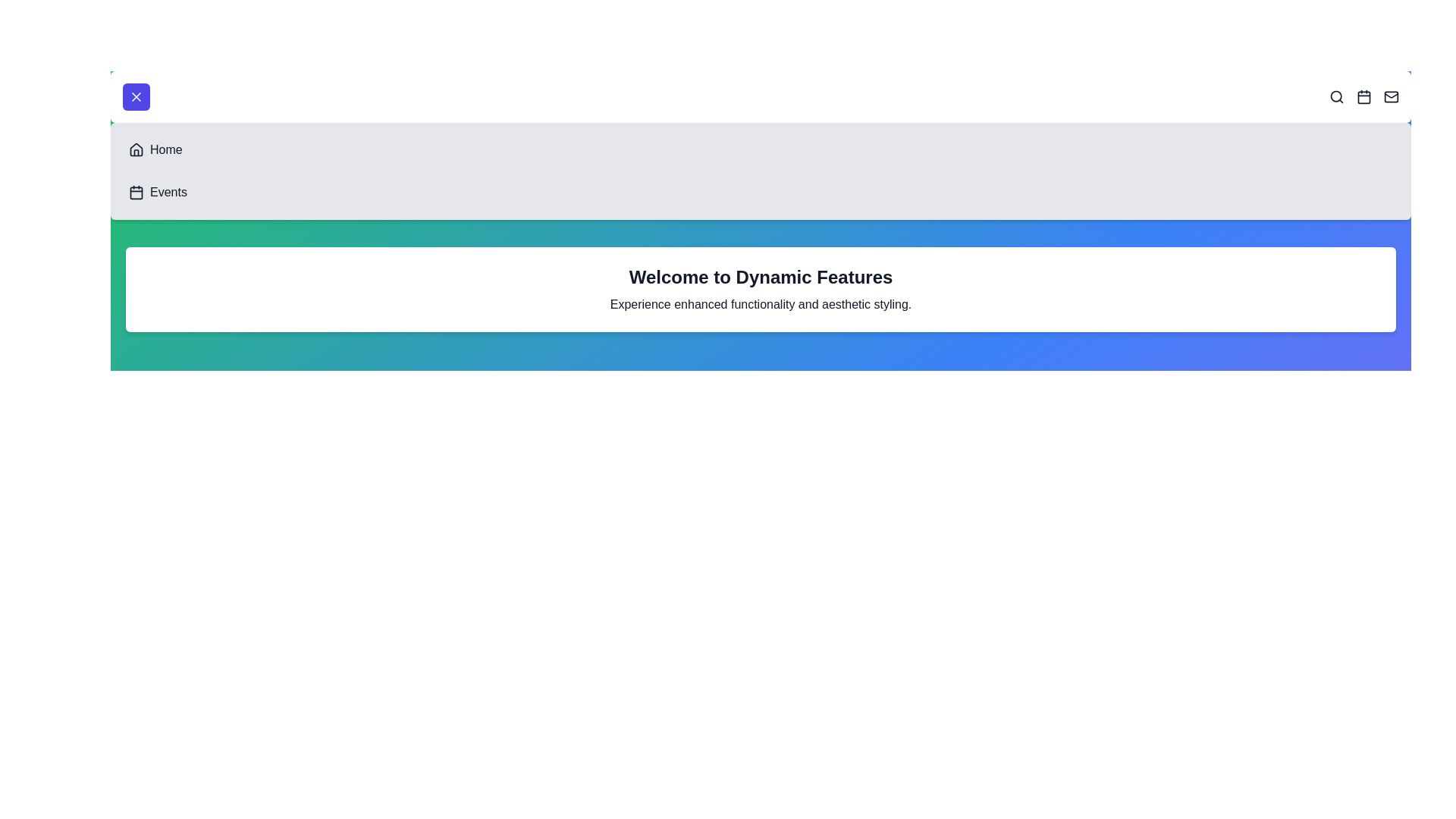 This screenshot has width=1456, height=819. Describe the element at coordinates (1364, 96) in the screenshot. I see `the Calendar icon in the header` at that location.